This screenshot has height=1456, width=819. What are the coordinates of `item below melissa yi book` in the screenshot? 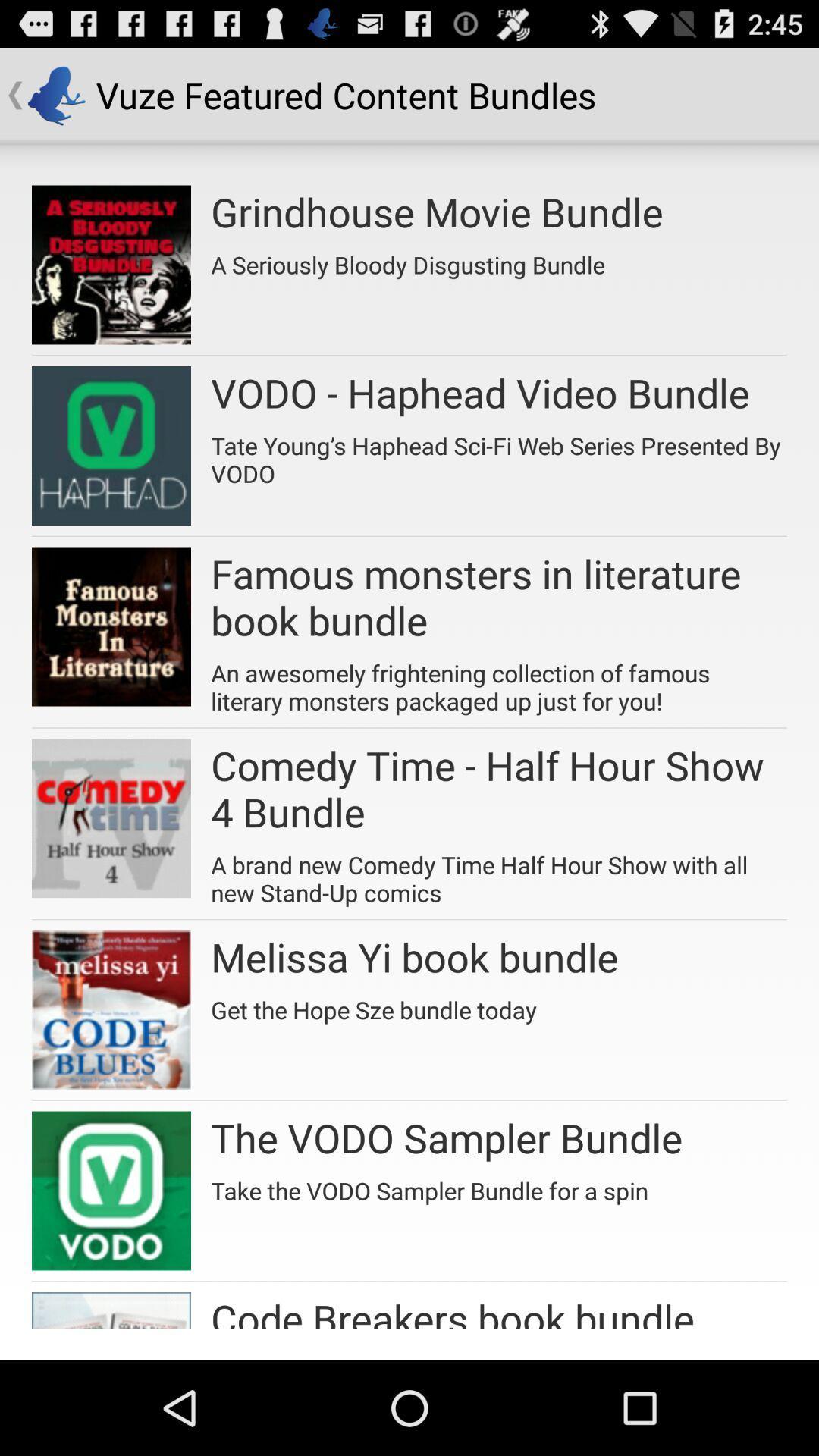 It's located at (374, 1004).